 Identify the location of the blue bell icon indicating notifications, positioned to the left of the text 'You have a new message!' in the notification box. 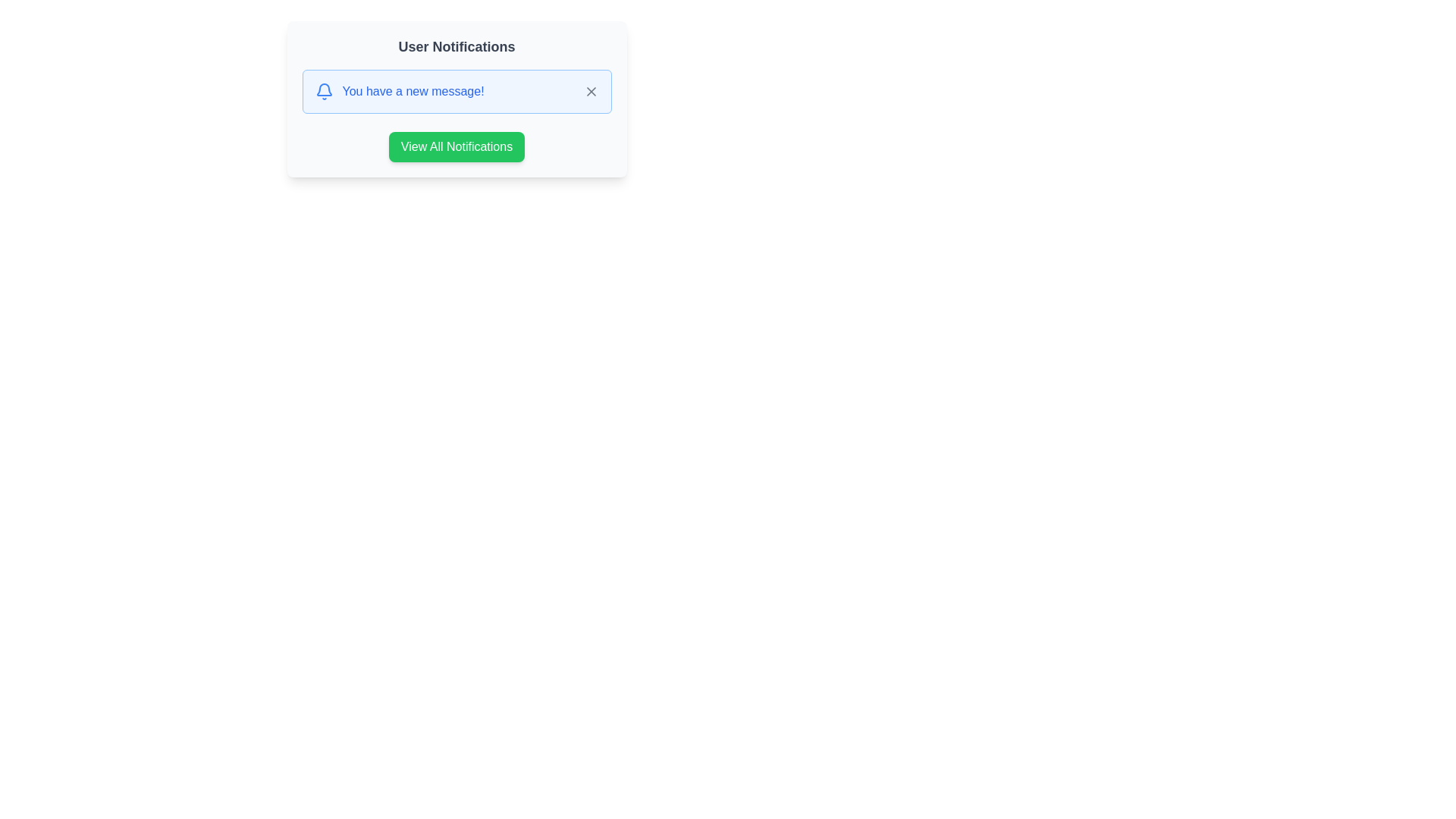
(323, 91).